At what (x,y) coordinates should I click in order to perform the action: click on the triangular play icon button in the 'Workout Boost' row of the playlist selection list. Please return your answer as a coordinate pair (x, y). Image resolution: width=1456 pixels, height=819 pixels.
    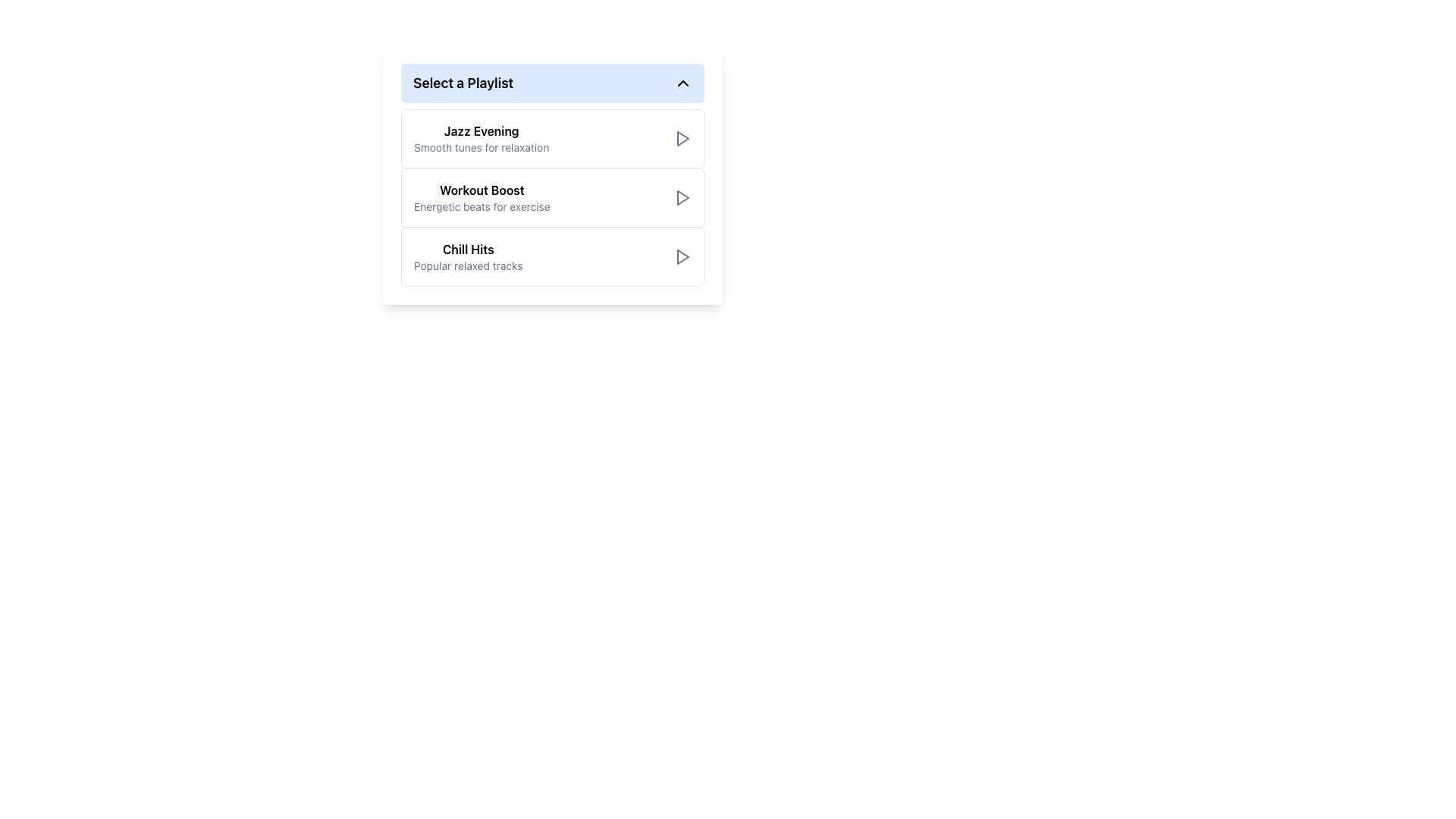
    Looking at the image, I should click on (682, 197).